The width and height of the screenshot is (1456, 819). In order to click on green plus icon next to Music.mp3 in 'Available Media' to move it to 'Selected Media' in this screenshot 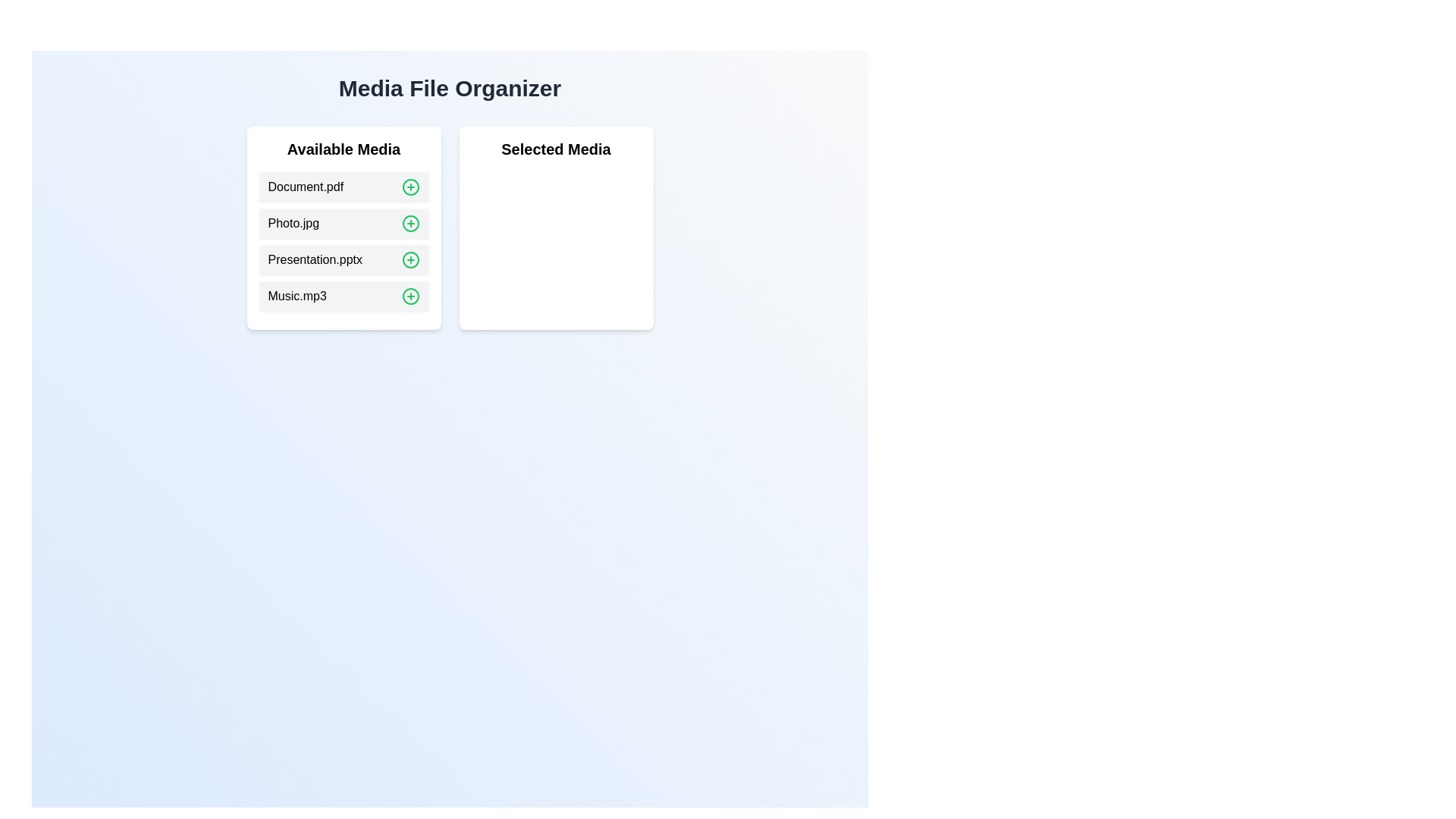, I will do `click(410, 296)`.